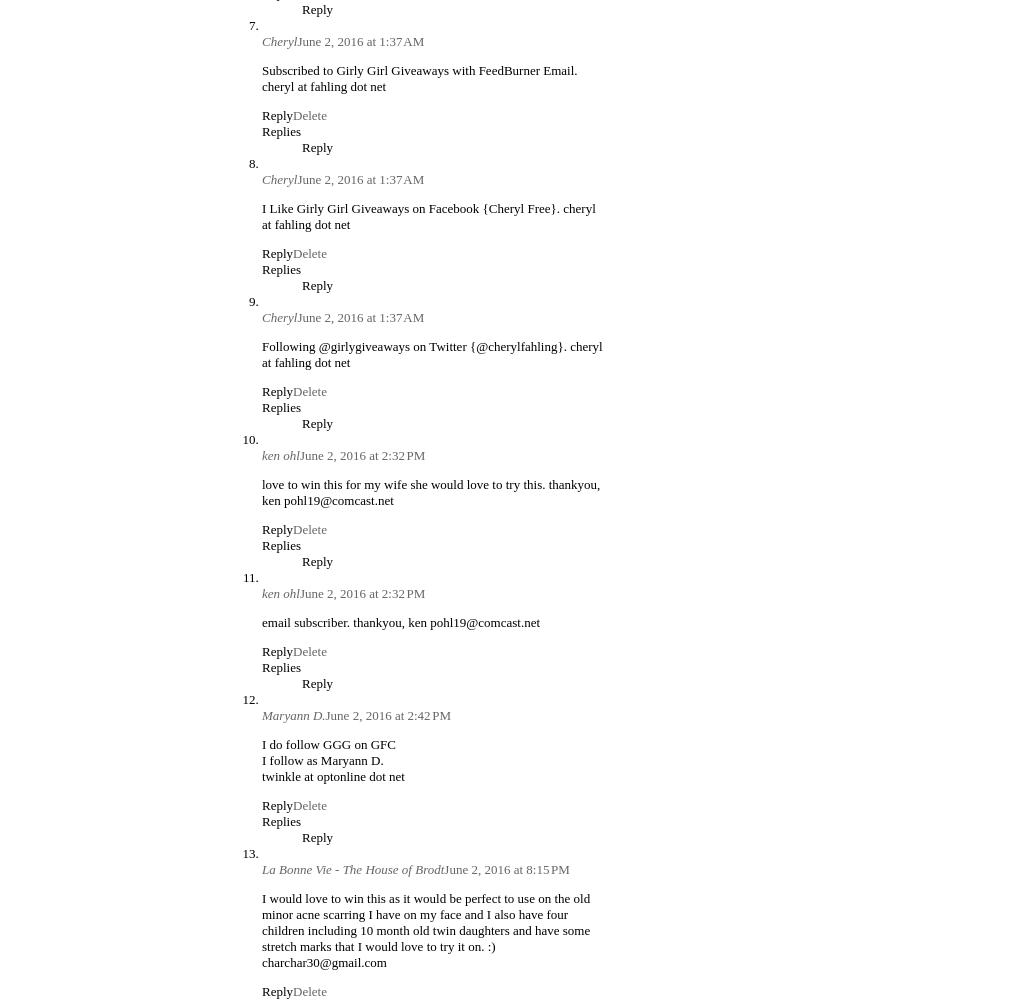  I want to click on 'I would love to win this as it would be perfect to use on the old minor acne scarring I have on my face and I also have four children including 10 month old twin daughters and have some stretch marks that I would love to try it on. :)', so click(424, 920).